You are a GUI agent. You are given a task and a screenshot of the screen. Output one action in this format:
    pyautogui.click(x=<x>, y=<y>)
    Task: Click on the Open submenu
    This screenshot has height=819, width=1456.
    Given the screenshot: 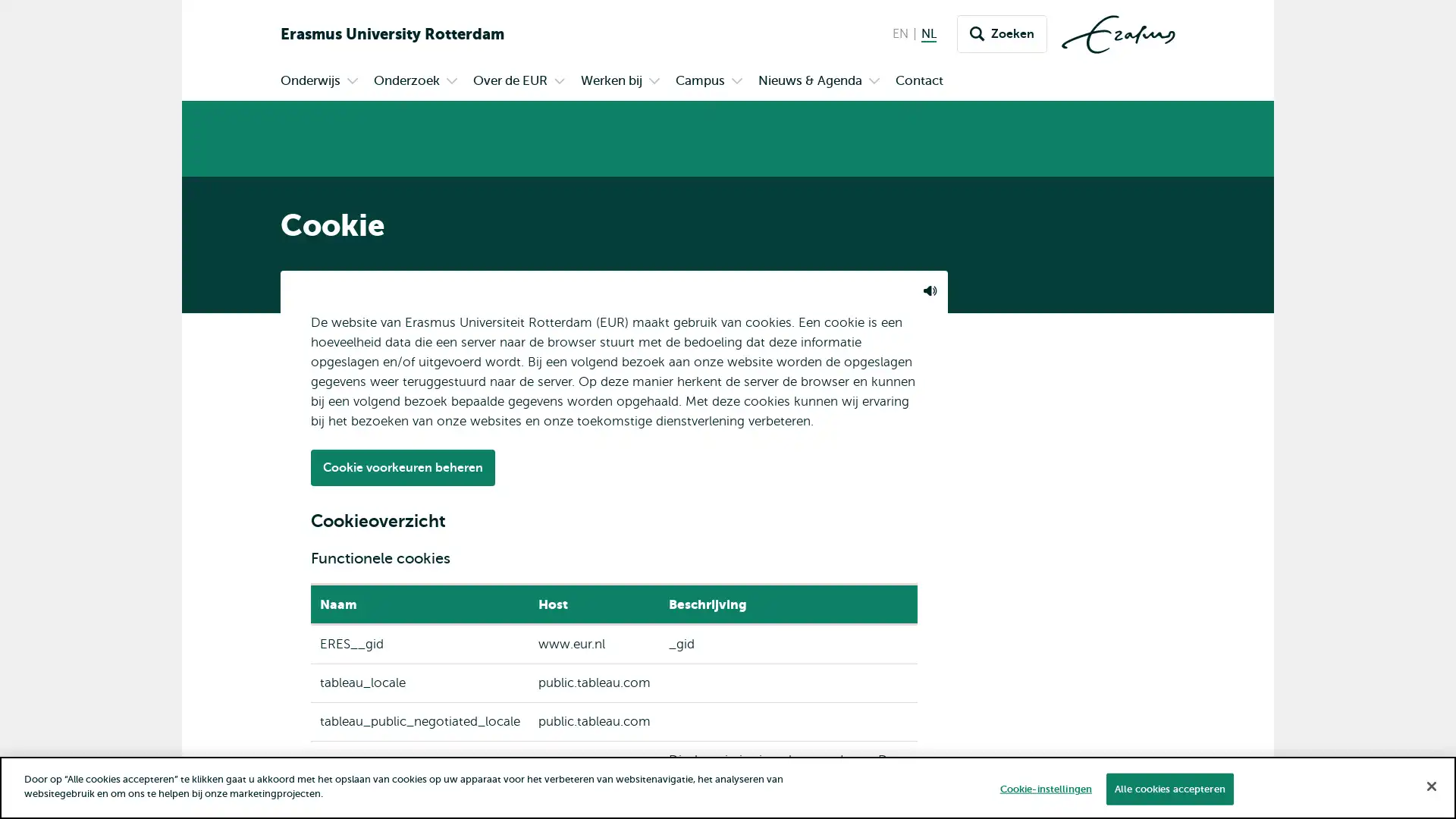 What is the action you would take?
    pyautogui.click(x=736, y=82)
    